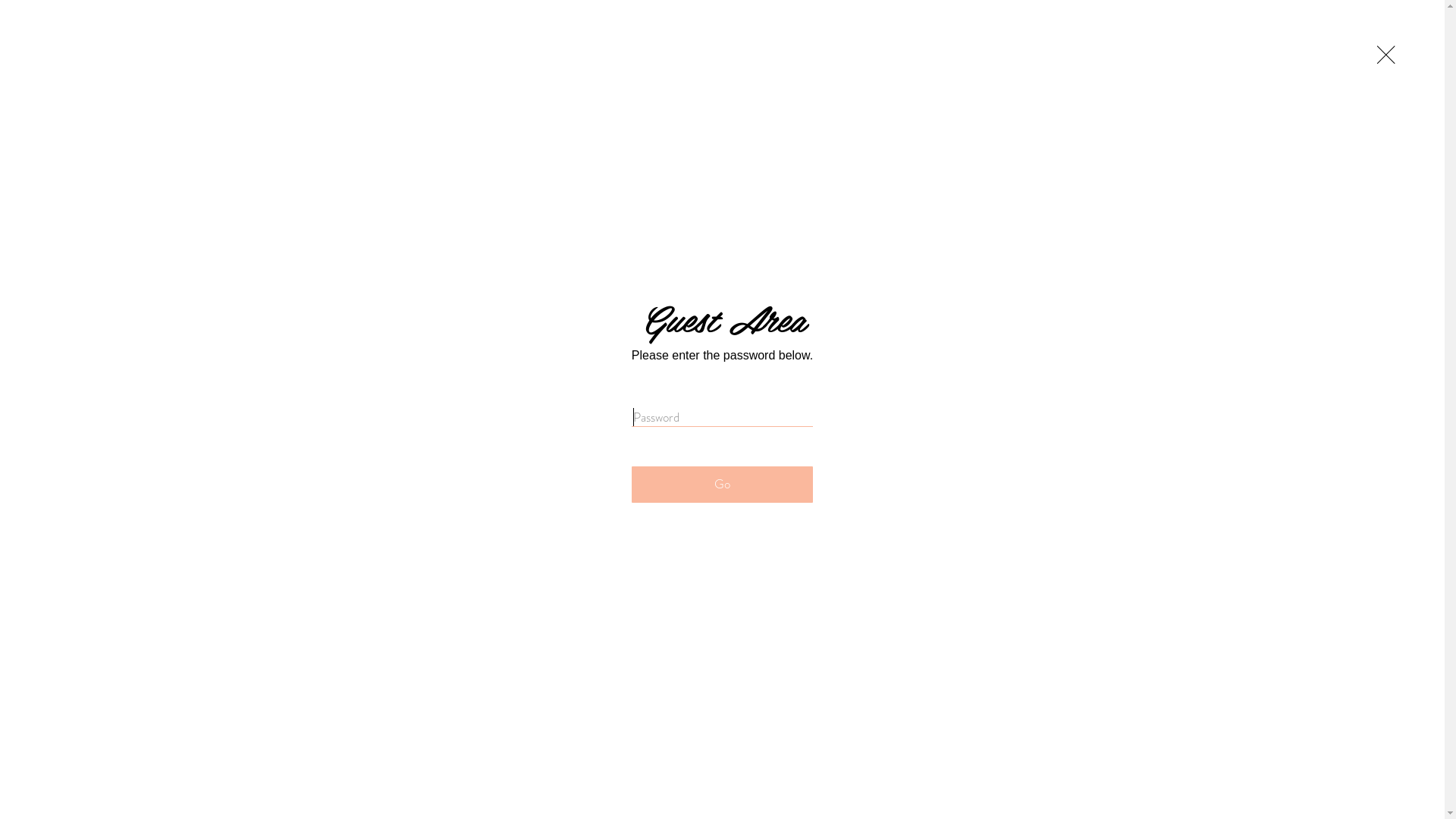 The image size is (1456, 819). Describe the element at coordinates (721, 485) in the screenshot. I see `'Go'` at that location.